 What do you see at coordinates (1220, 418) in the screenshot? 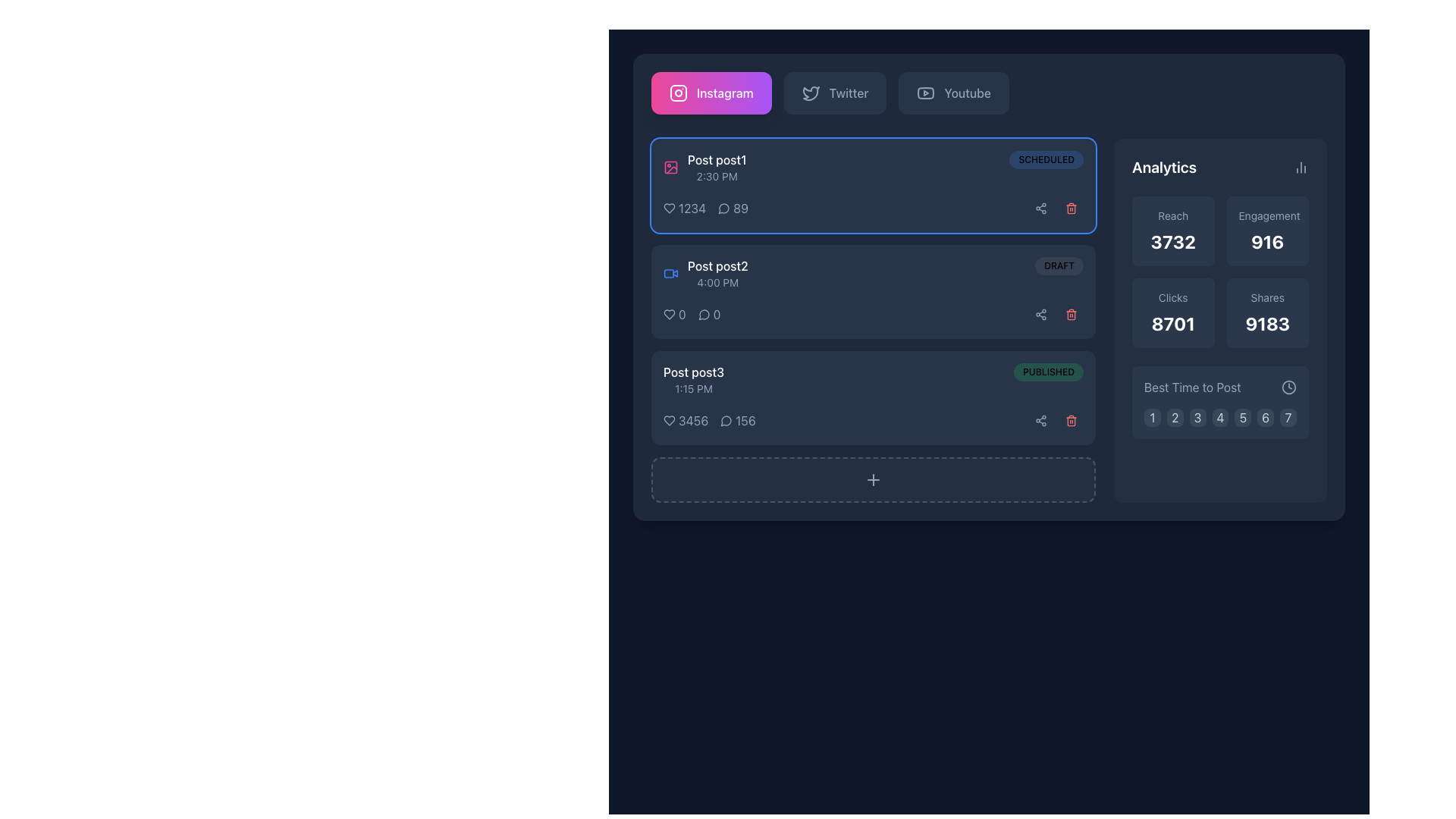
I see `the fourth tile in the 'Best Time to Post' section of the analytics panel` at bounding box center [1220, 418].